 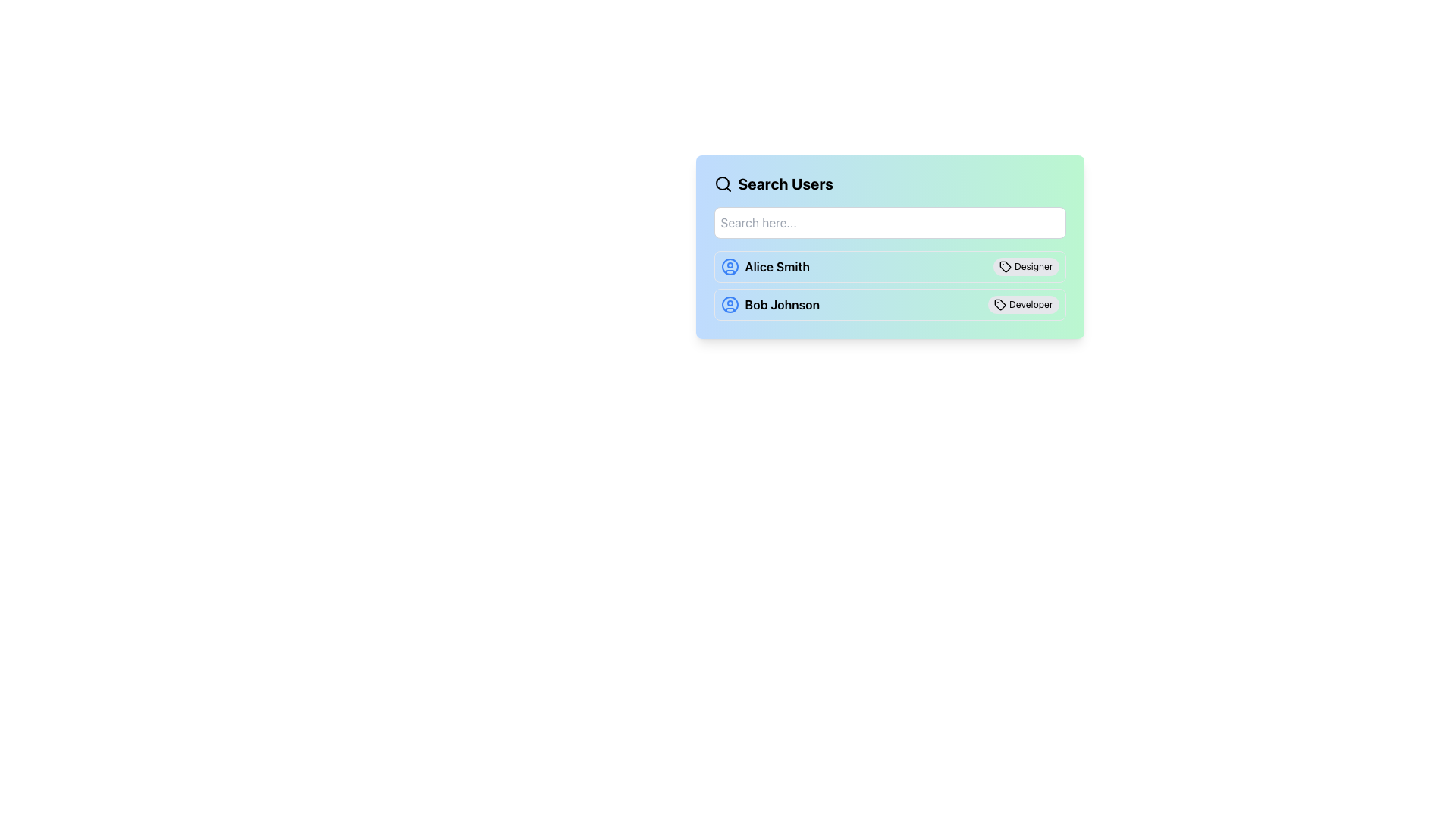 What do you see at coordinates (777, 265) in the screenshot?
I see `the text label reading 'Alice Smith' which is styled in bold font and located beside a circular user profile icon in the 'Search Users' section` at bounding box center [777, 265].